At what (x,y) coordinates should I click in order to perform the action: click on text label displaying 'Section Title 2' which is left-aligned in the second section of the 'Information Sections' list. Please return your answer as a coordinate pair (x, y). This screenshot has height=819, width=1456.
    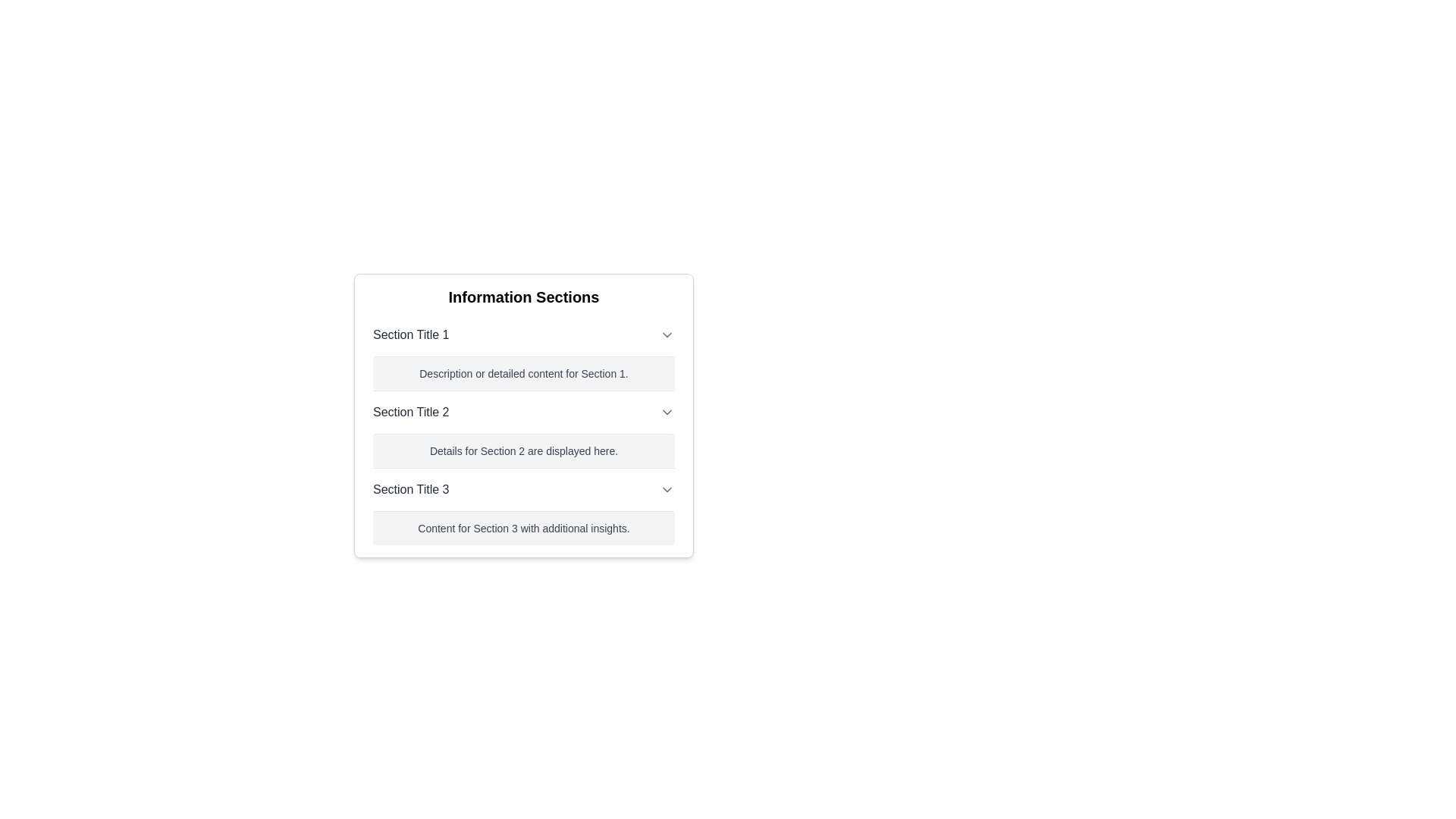
    Looking at the image, I should click on (411, 412).